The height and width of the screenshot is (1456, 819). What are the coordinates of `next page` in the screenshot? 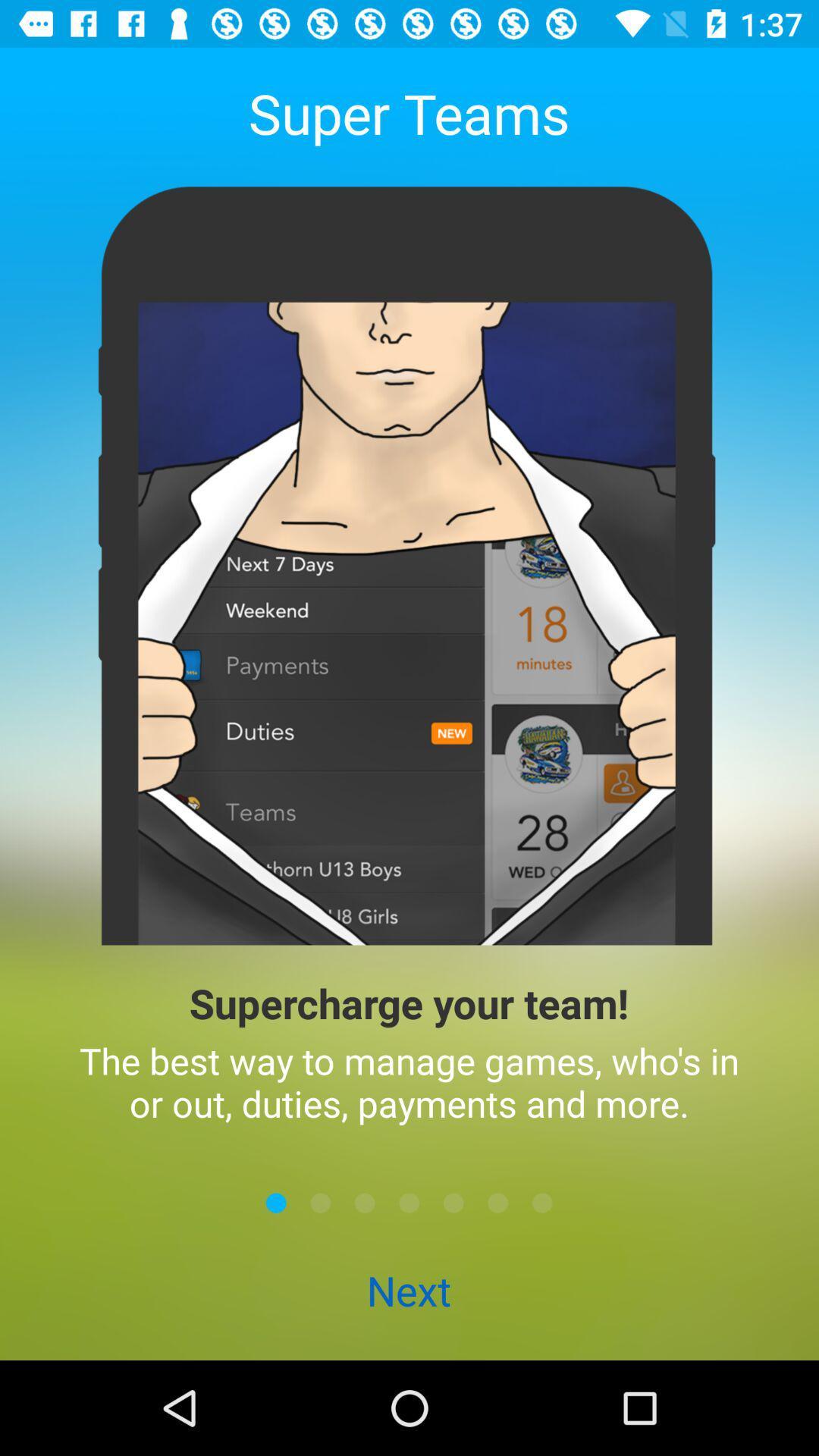 It's located at (453, 1202).